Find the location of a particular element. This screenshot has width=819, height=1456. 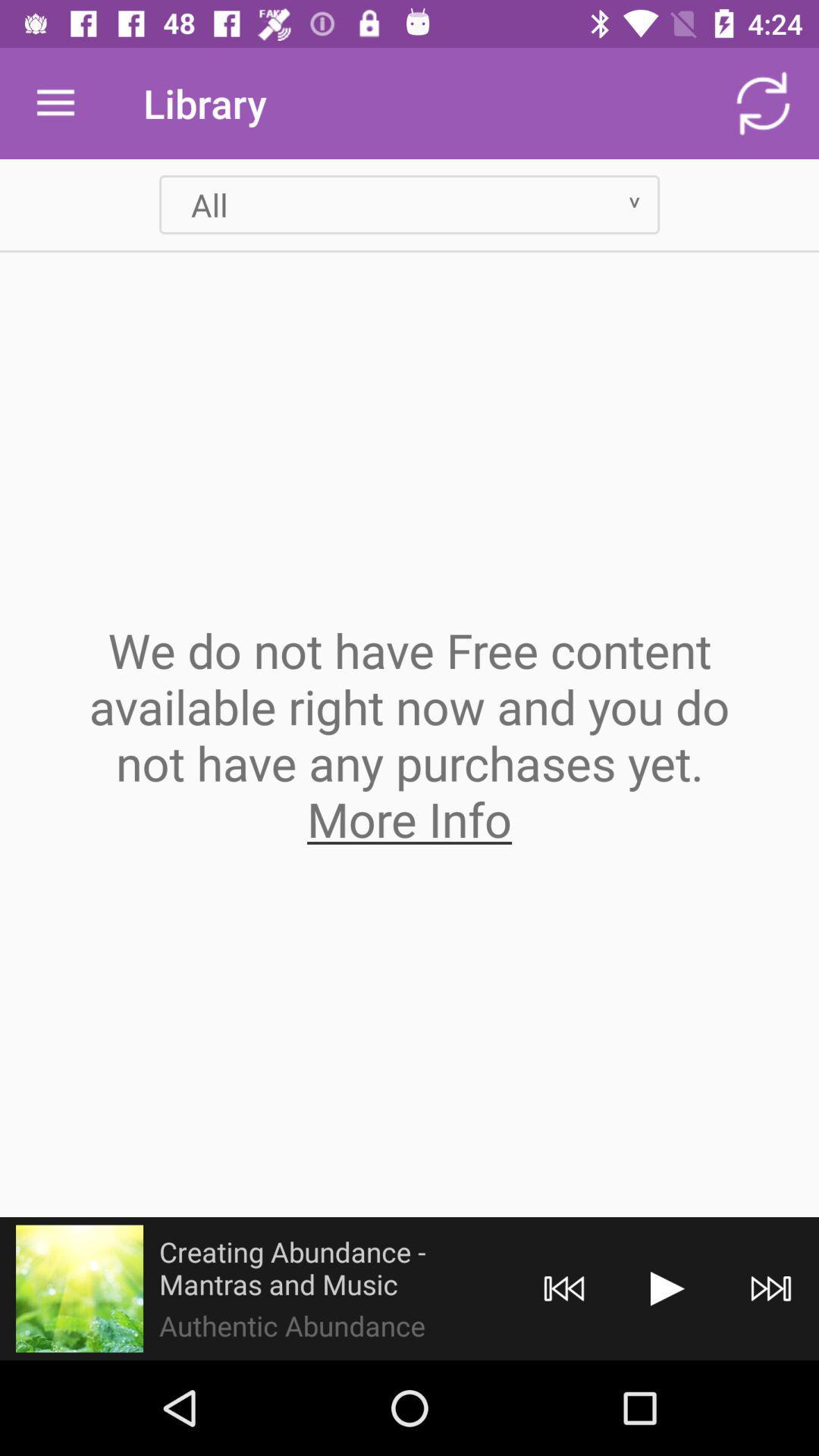

the av_rewind icon is located at coordinates (564, 1288).